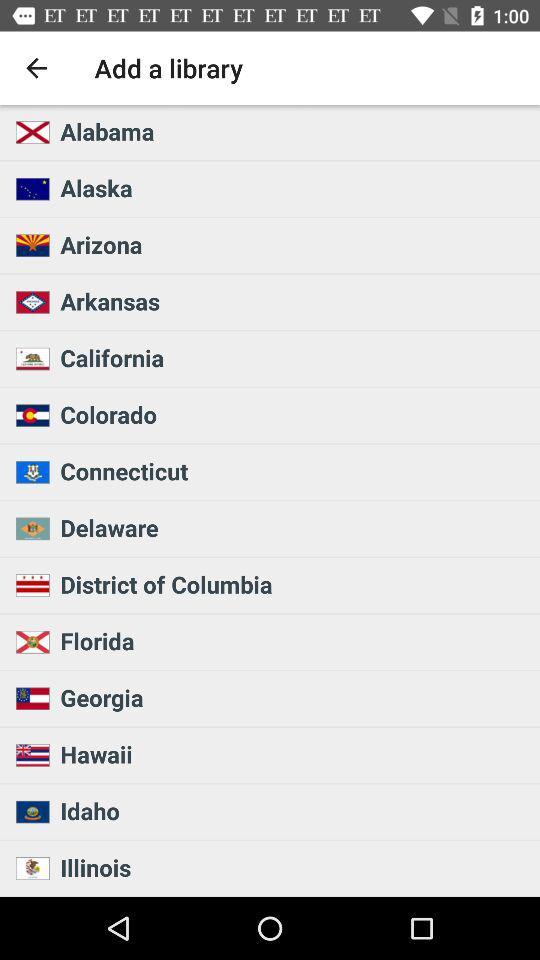 This screenshot has height=960, width=540. What do you see at coordinates (293, 753) in the screenshot?
I see `the item below georgia` at bounding box center [293, 753].